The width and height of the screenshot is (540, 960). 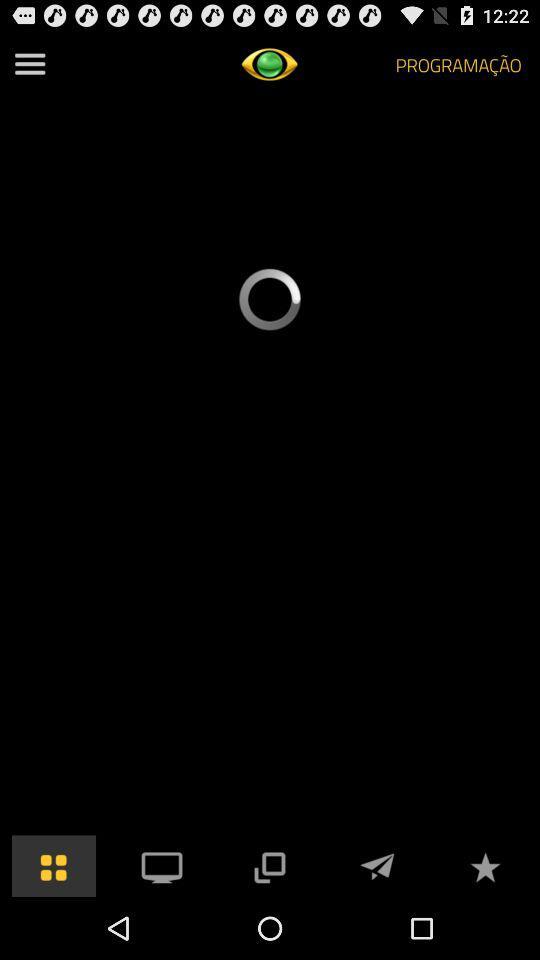 I want to click on pc option, so click(x=161, y=864).